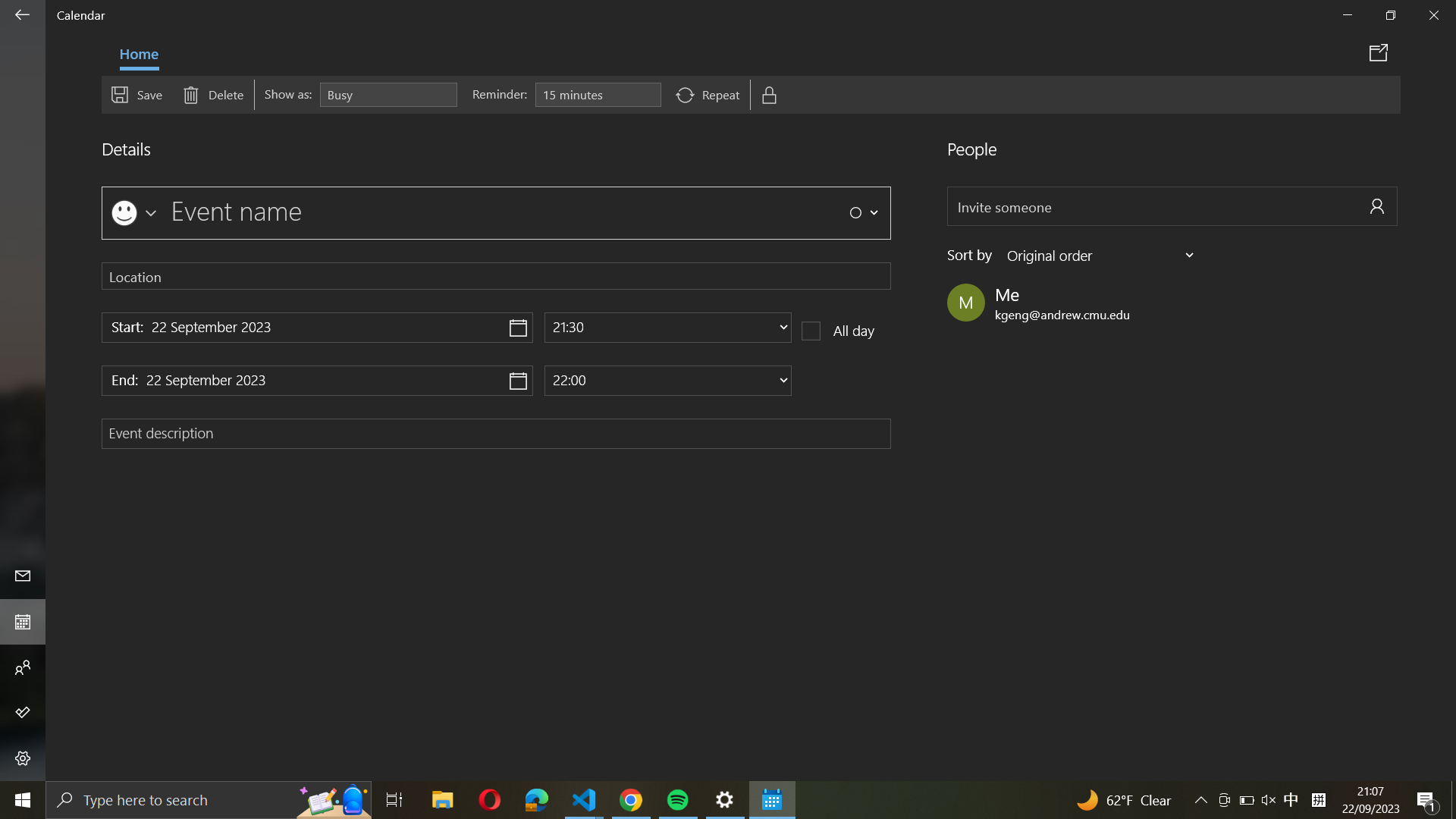 This screenshot has height=819, width=1456. I want to click on Delete event using the delete button, so click(212, 93).